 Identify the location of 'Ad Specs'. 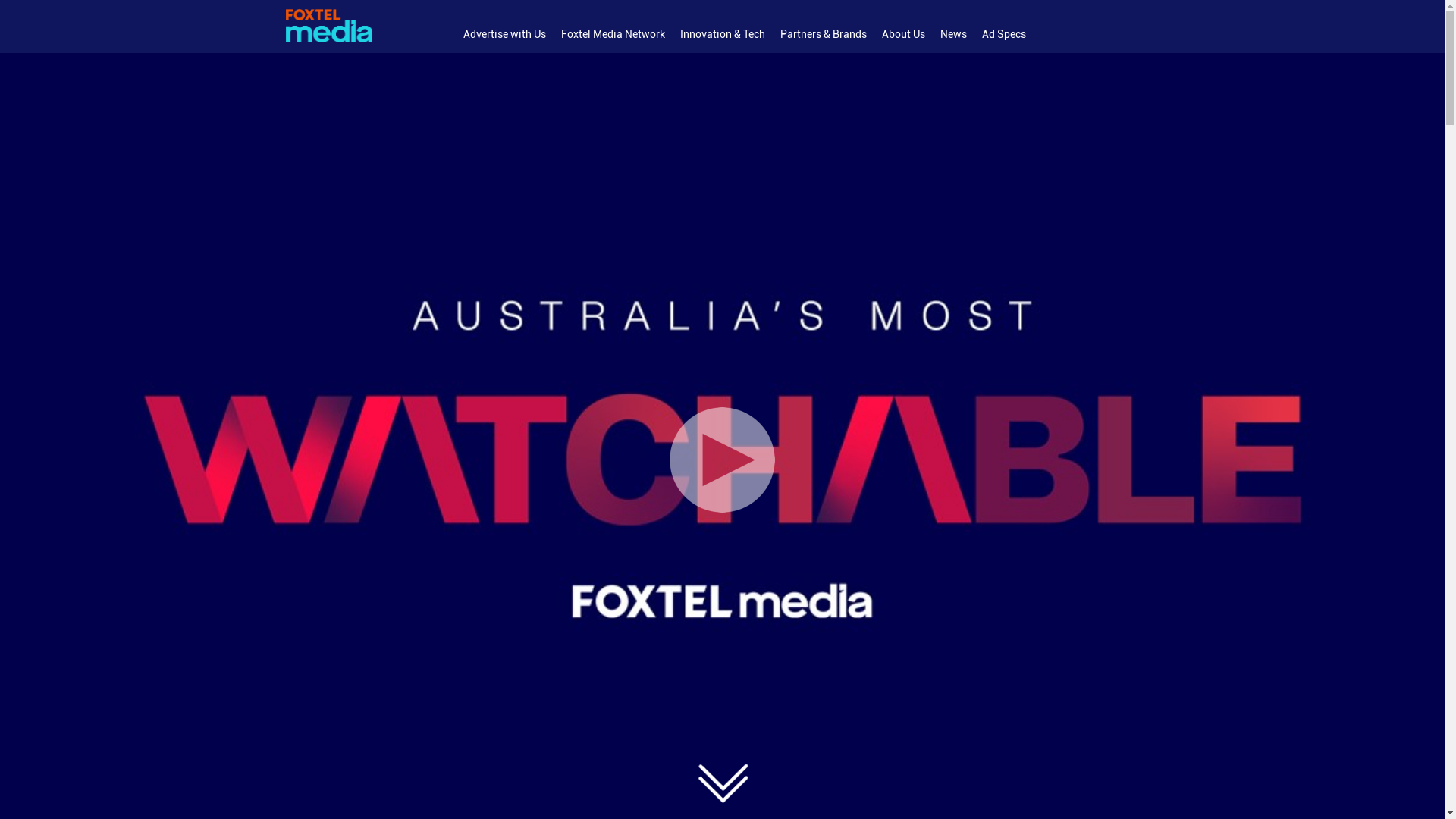
(1003, 34).